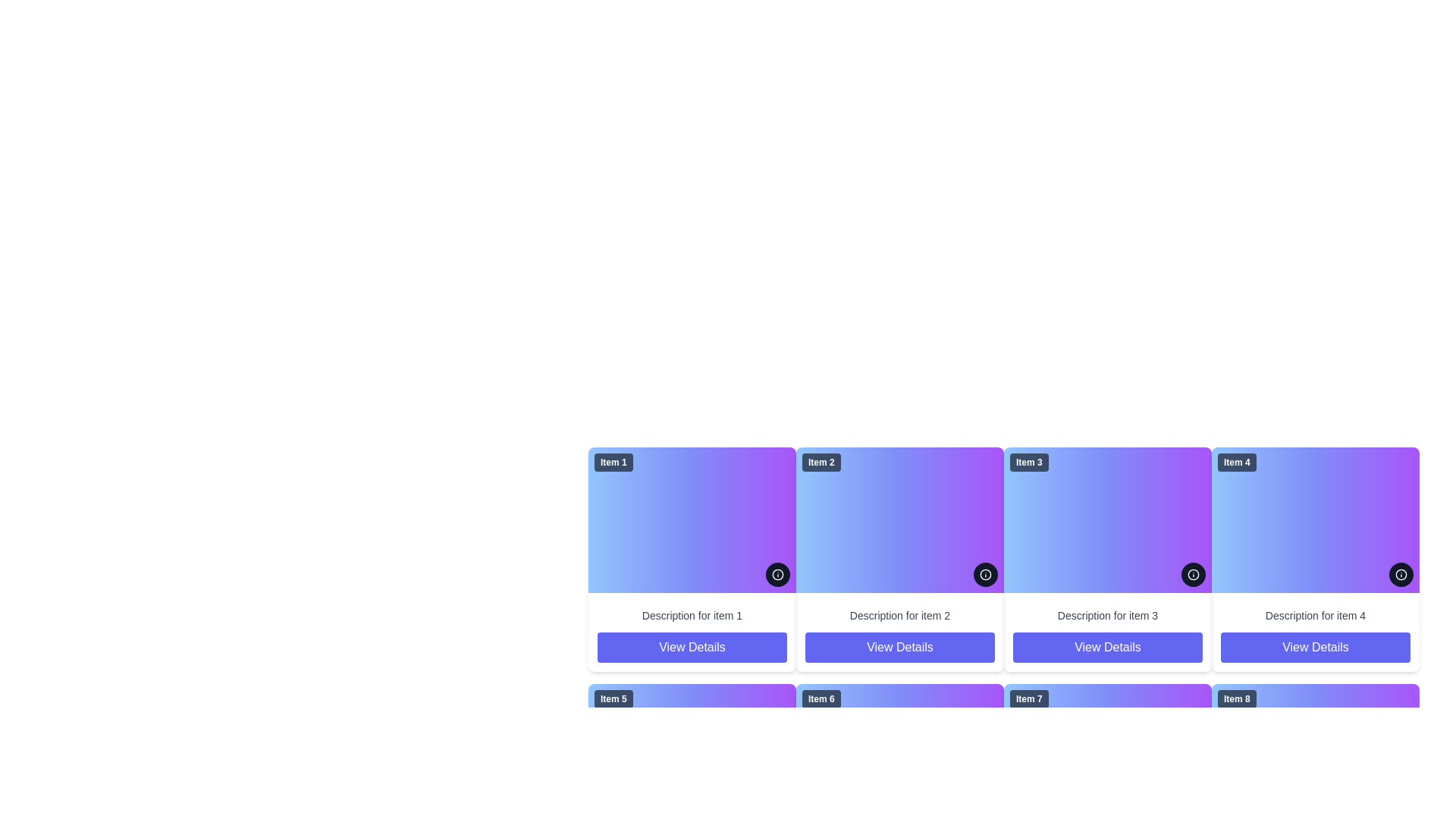  What do you see at coordinates (1193, 575) in the screenshot?
I see `the circular button with an info symbol located in the bottom-right corner of the card labeled 'Item 3'` at bounding box center [1193, 575].